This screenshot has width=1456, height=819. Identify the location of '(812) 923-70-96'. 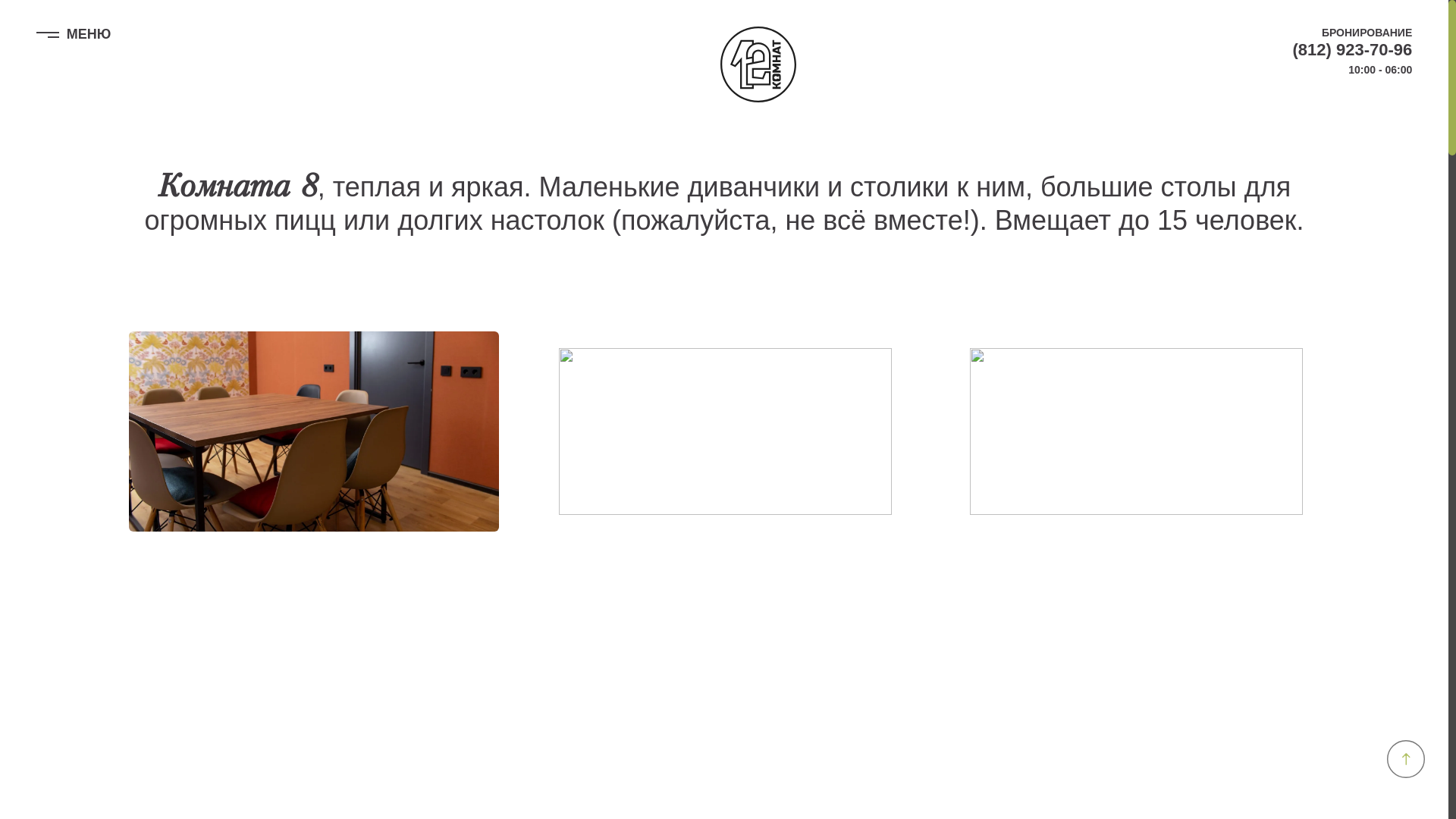
(1351, 49).